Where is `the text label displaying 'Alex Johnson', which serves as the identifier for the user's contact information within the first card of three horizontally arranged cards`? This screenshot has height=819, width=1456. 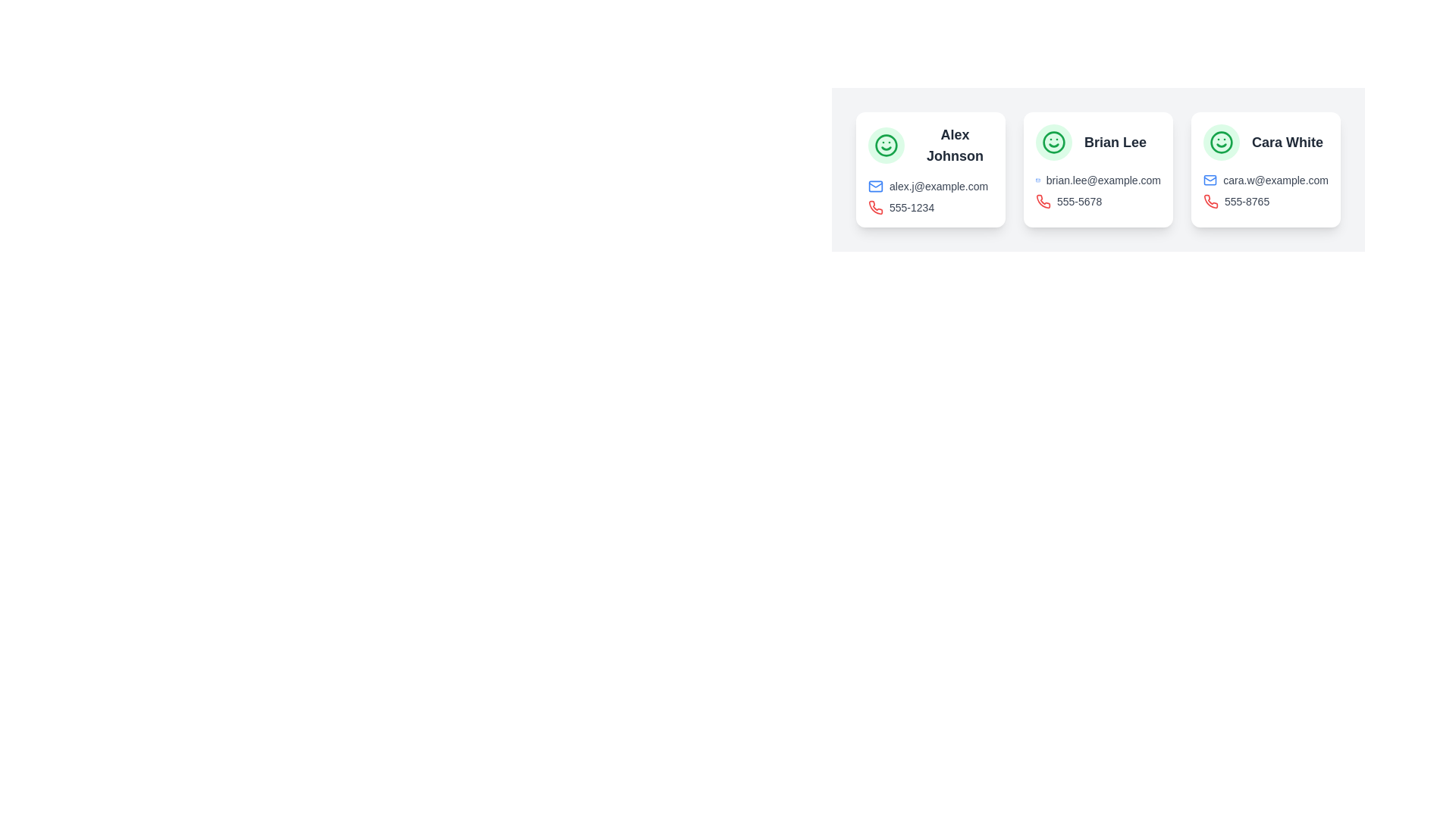 the text label displaying 'Alex Johnson', which serves as the identifier for the user's contact information within the first card of three horizontally arranged cards is located at coordinates (954, 146).